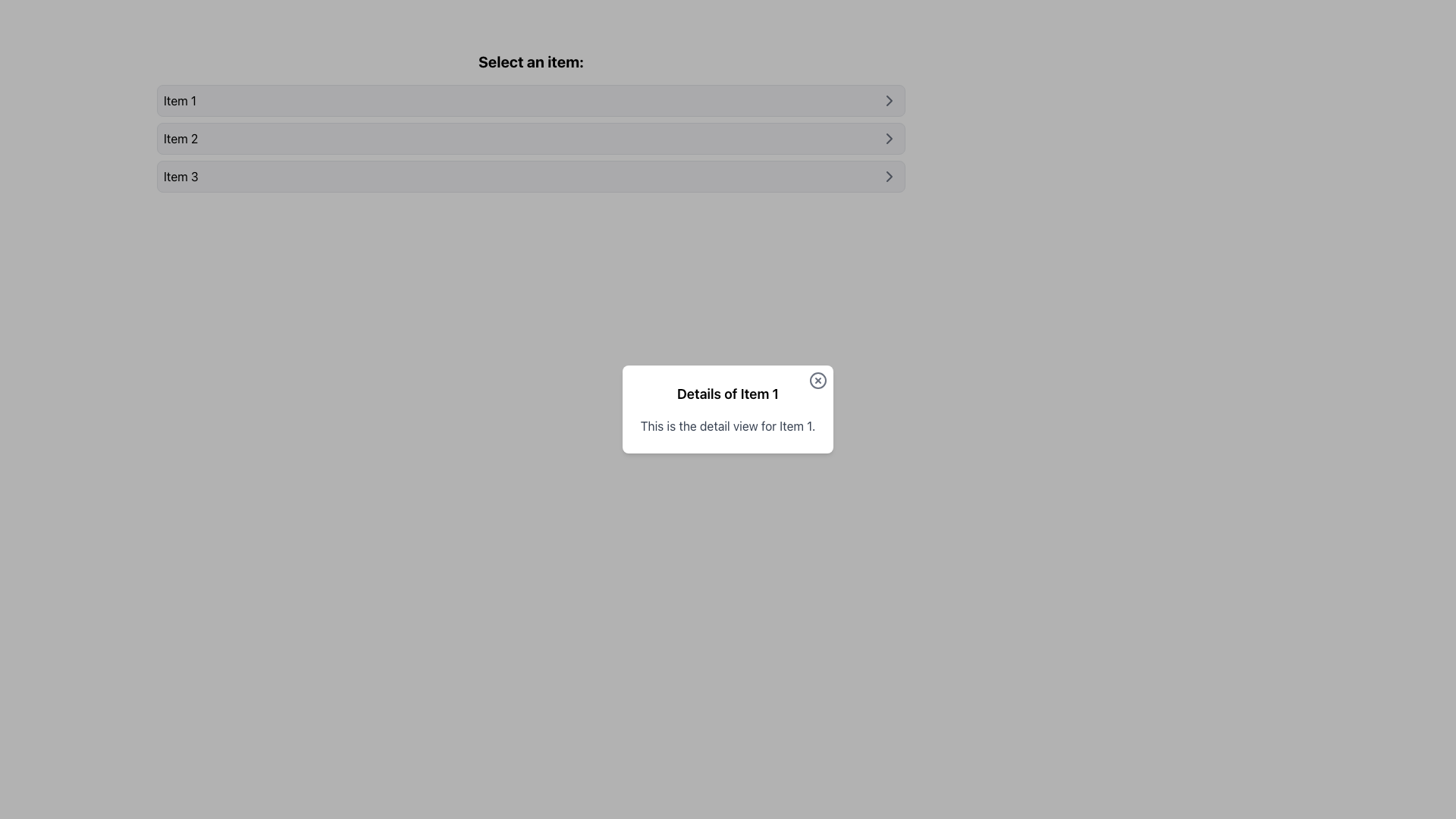  I want to click on the Chevron Icon located at the far right of the first row labeled 'Item 1' to trigger an action, so click(889, 100).